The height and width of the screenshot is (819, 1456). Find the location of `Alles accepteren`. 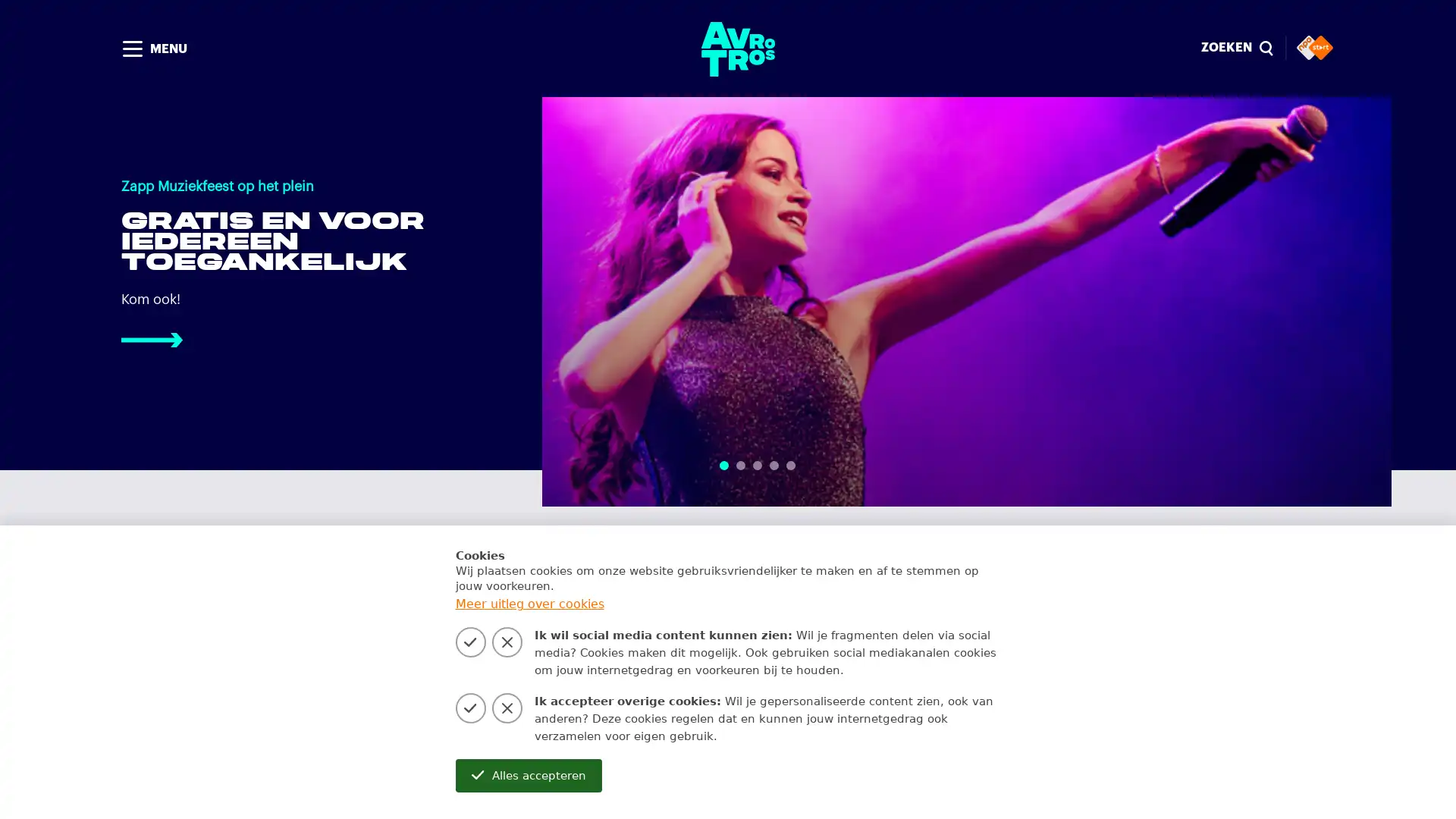

Alles accepteren is located at coordinates (528, 775).